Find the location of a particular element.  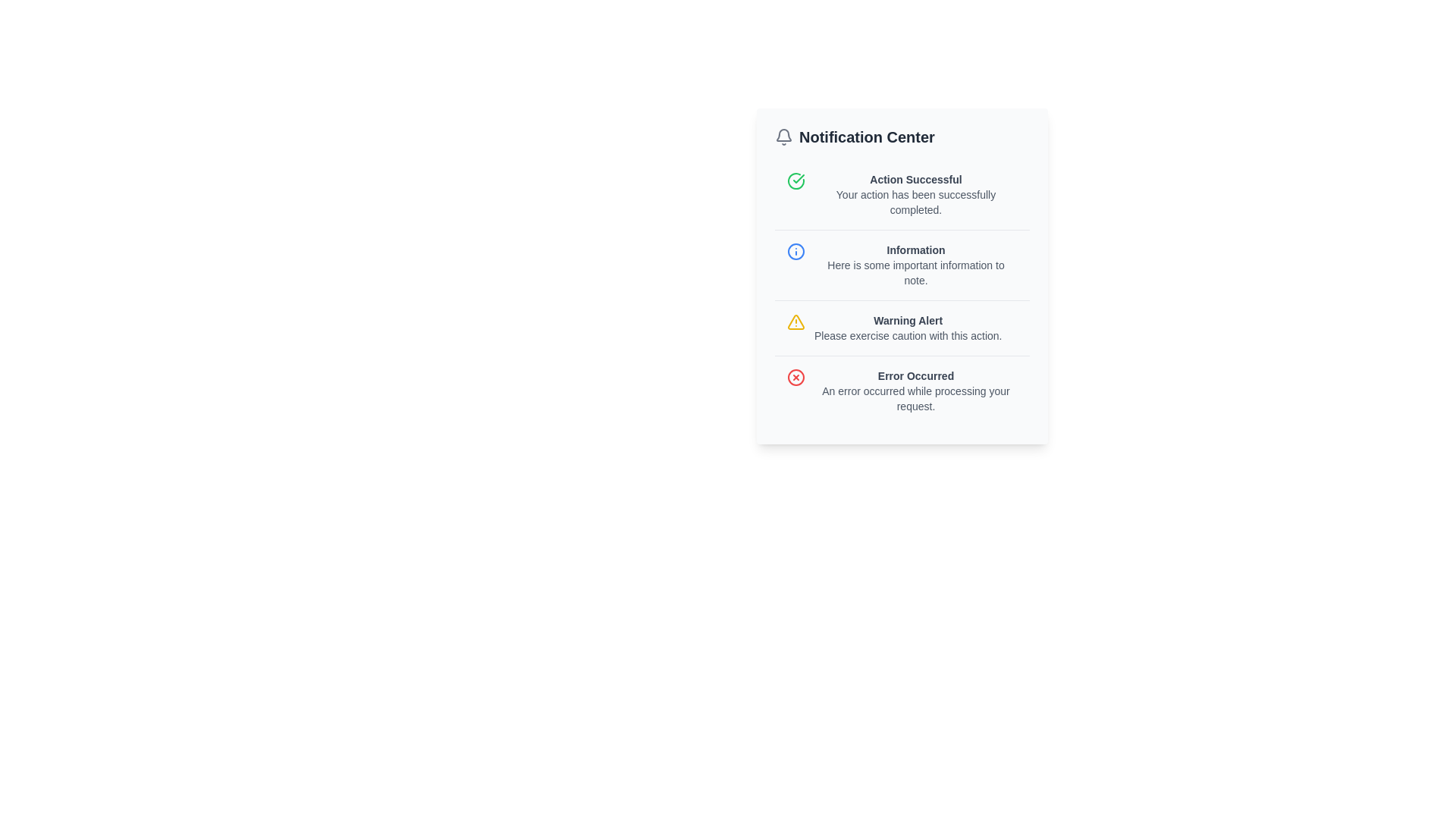

the compact green checkmark icon located in the upper-left corner of the 'Action Successful' notification card, which is nested within a larger circular green icon indicating success status is located at coordinates (798, 177).